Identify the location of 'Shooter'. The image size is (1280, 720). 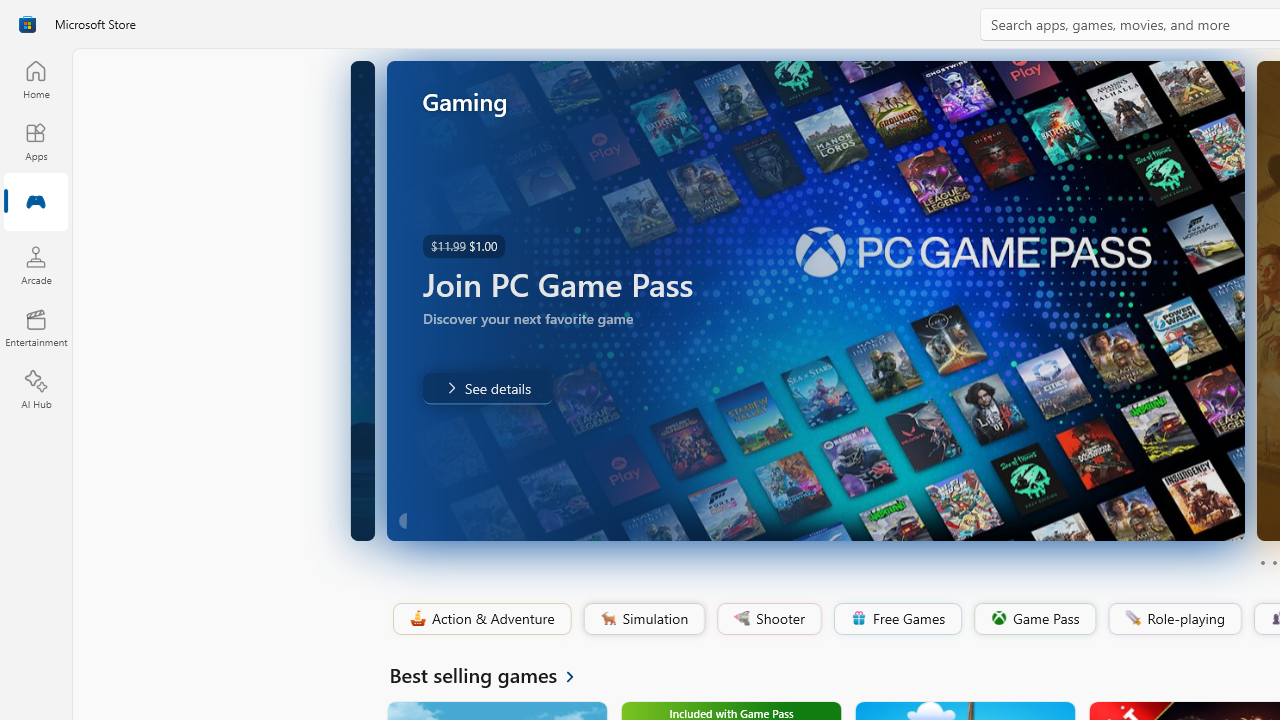
(767, 618).